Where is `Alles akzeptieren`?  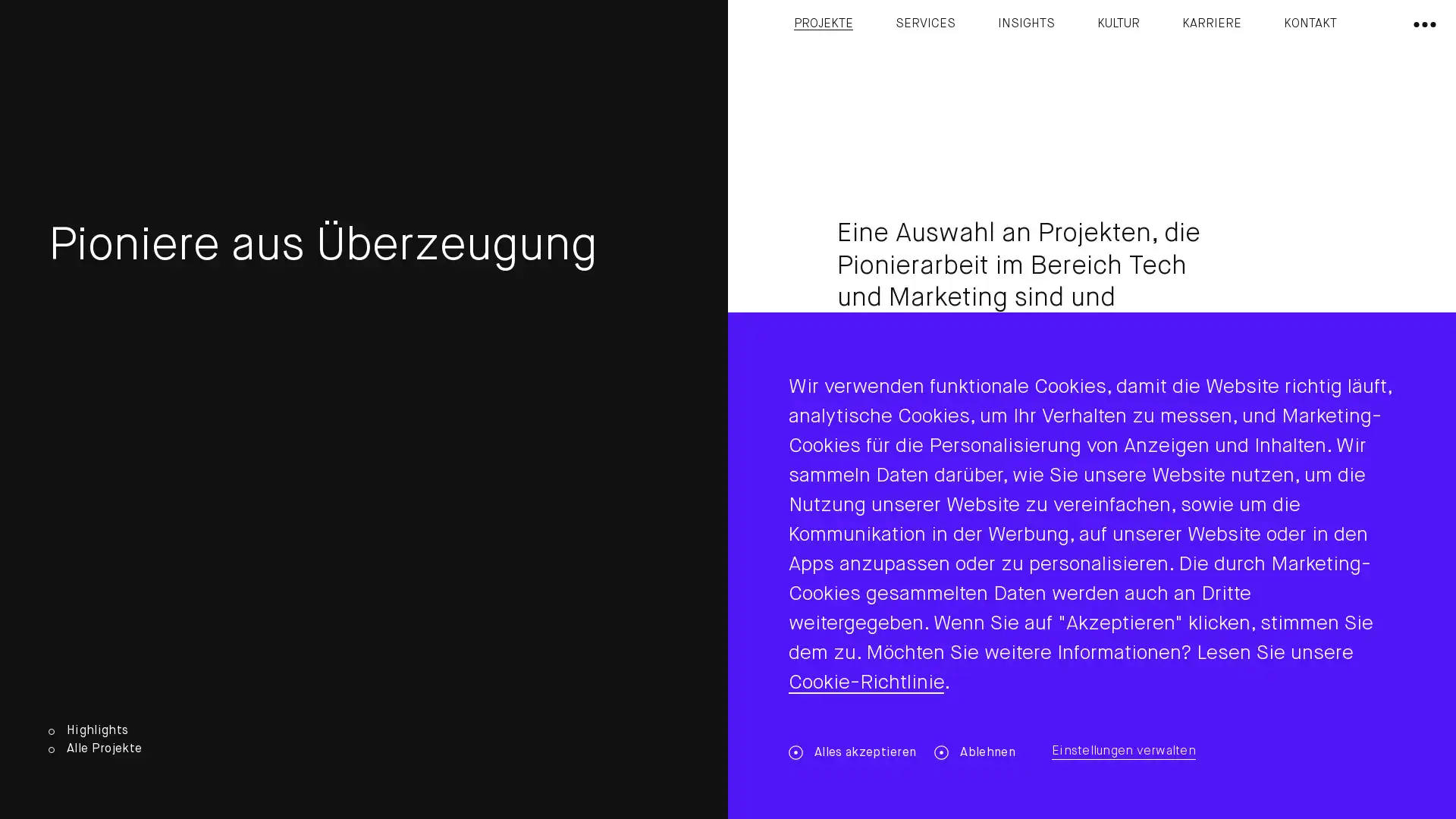 Alles akzeptieren is located at coordinates (852, 752).